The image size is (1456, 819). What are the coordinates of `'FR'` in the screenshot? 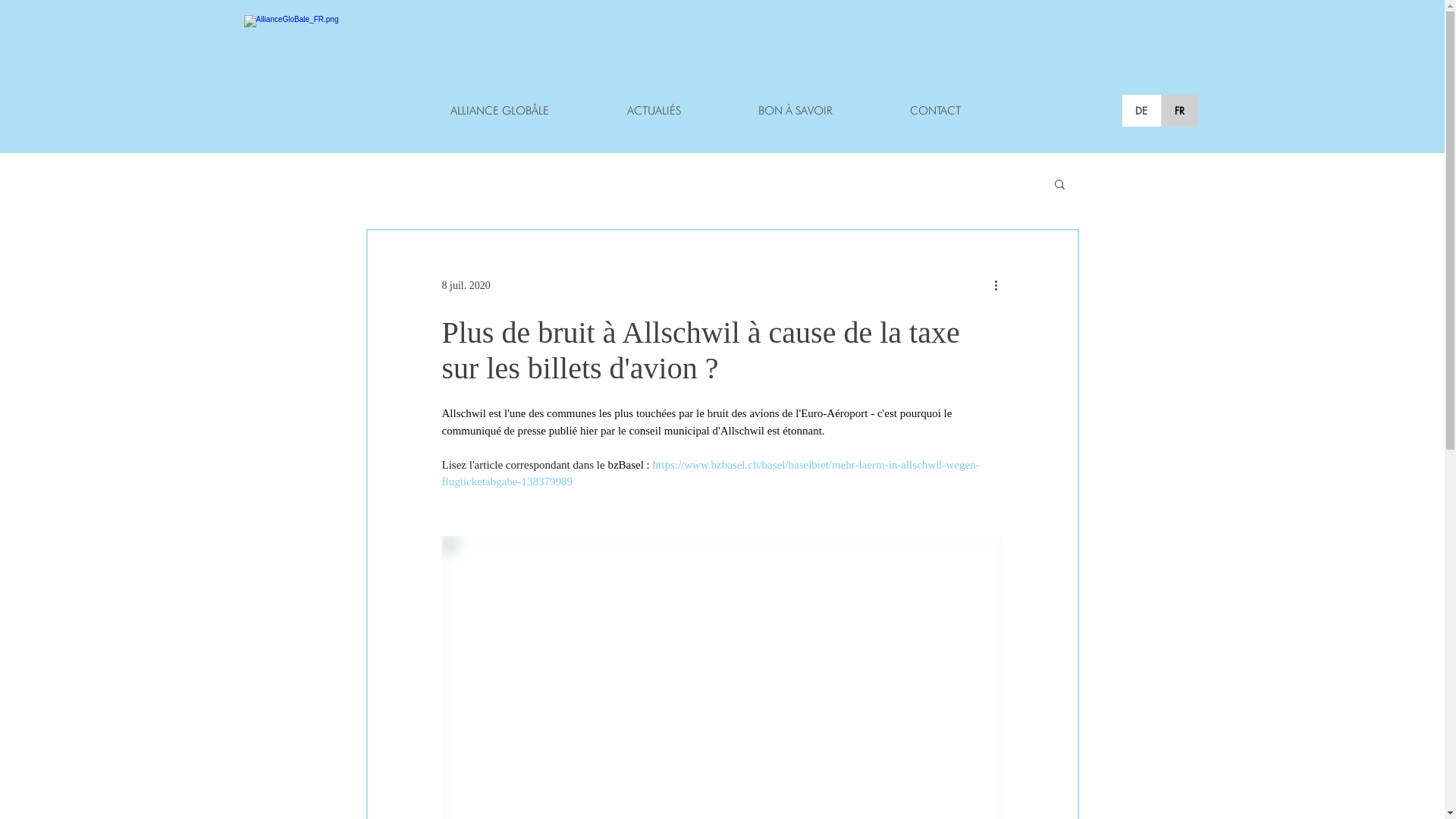 It's located at (1178, 110).